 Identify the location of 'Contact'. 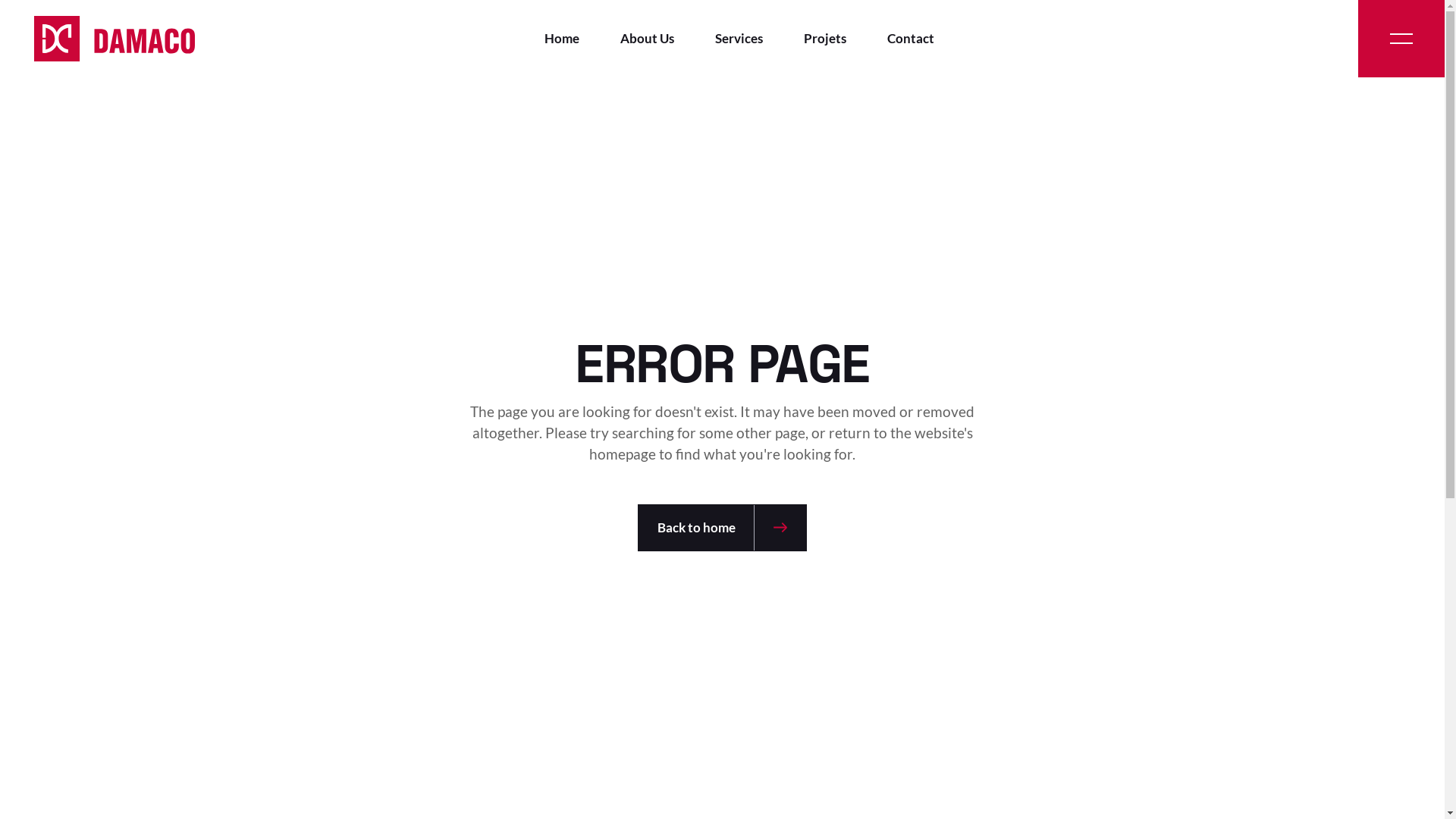
(887, 37).